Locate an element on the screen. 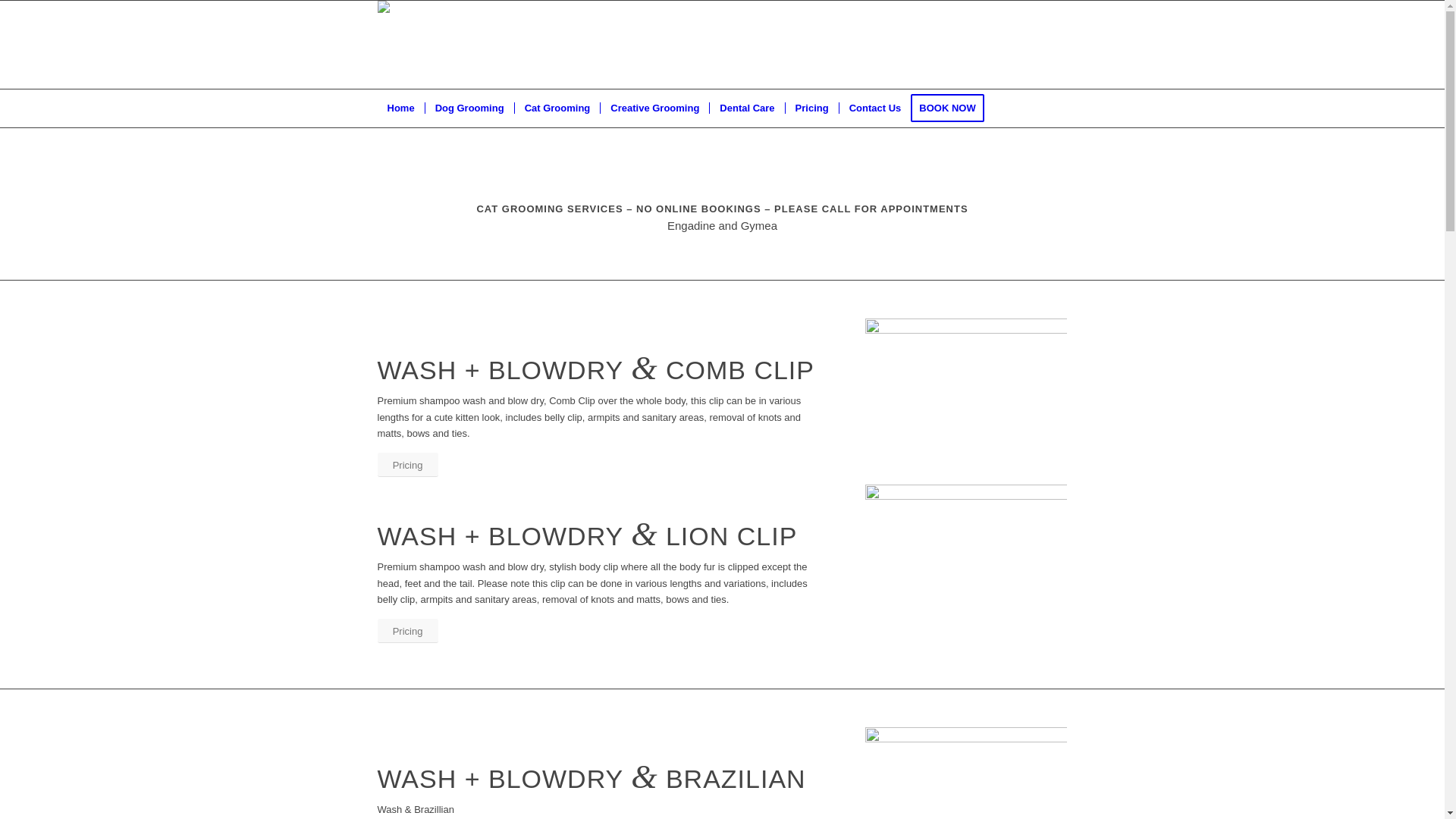  'Creative Grooming' is located at coordinates (654, 107).